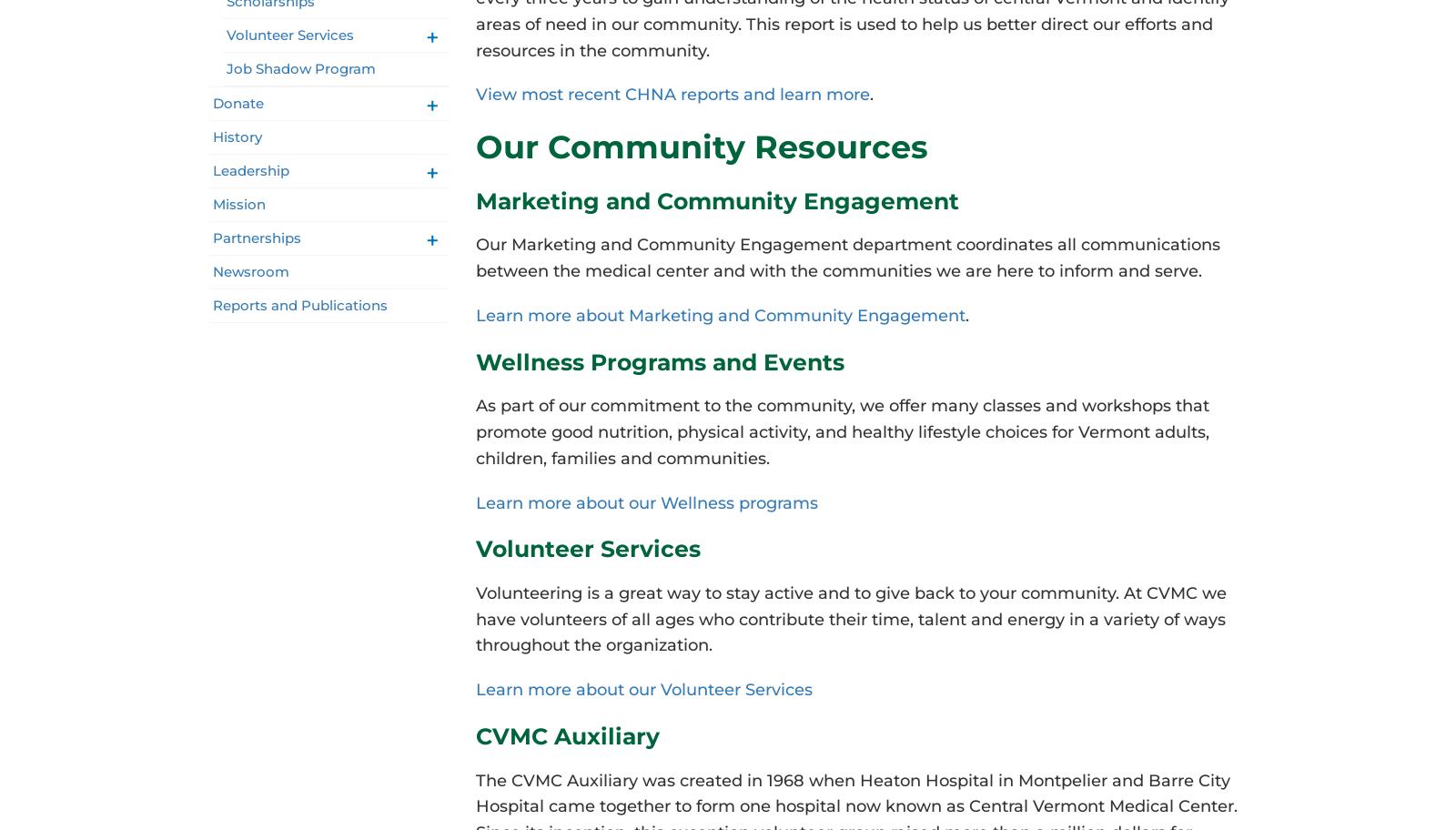 Image resolution: width=1456 pixels, height=830 pixels. What do you see at coordinates (251, 169) in the screenshot?
I see `'Leadership'` at bounding box center [251, 169].